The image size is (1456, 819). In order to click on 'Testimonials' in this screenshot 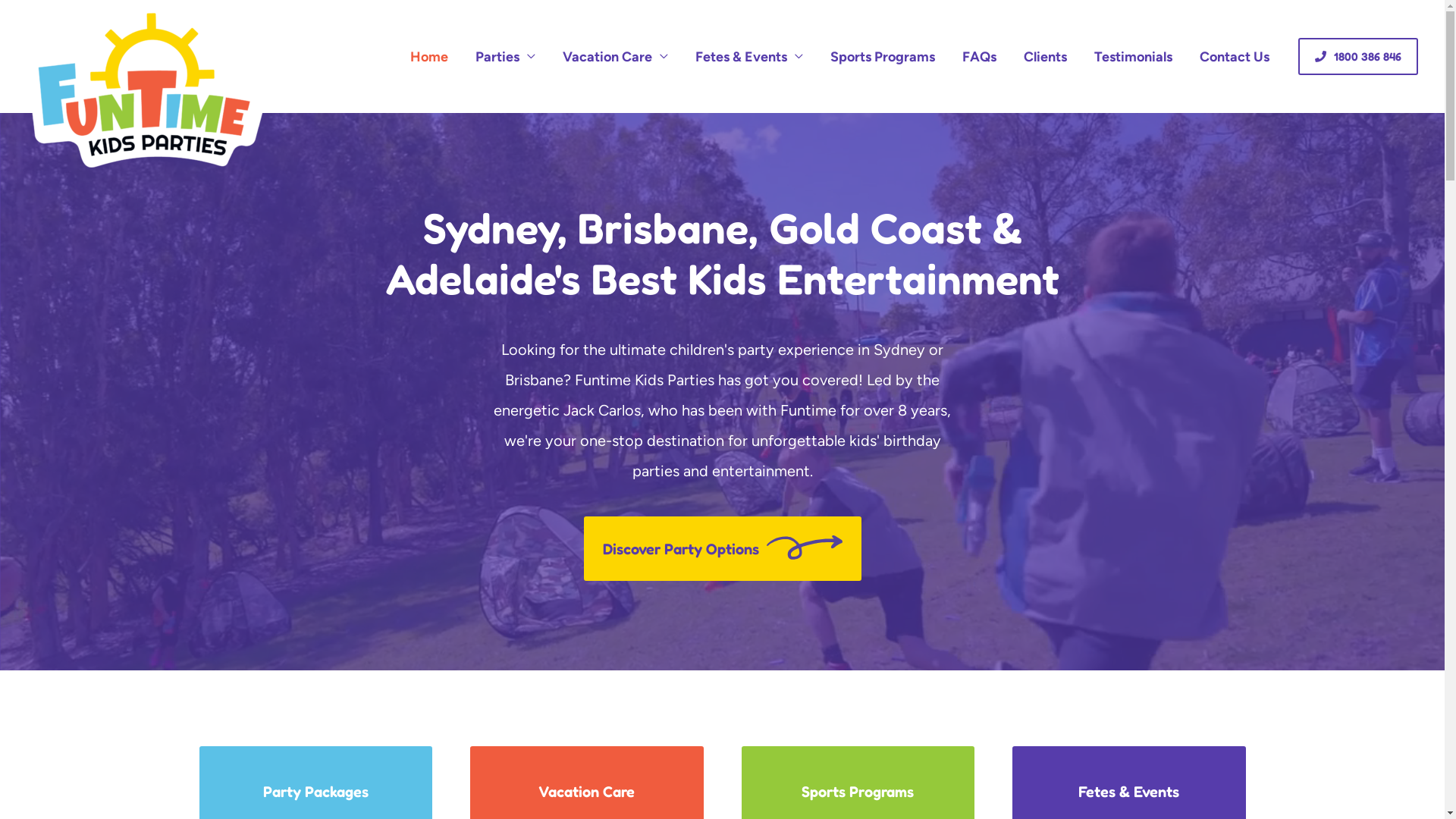, I will do `click(1133, 55)`.